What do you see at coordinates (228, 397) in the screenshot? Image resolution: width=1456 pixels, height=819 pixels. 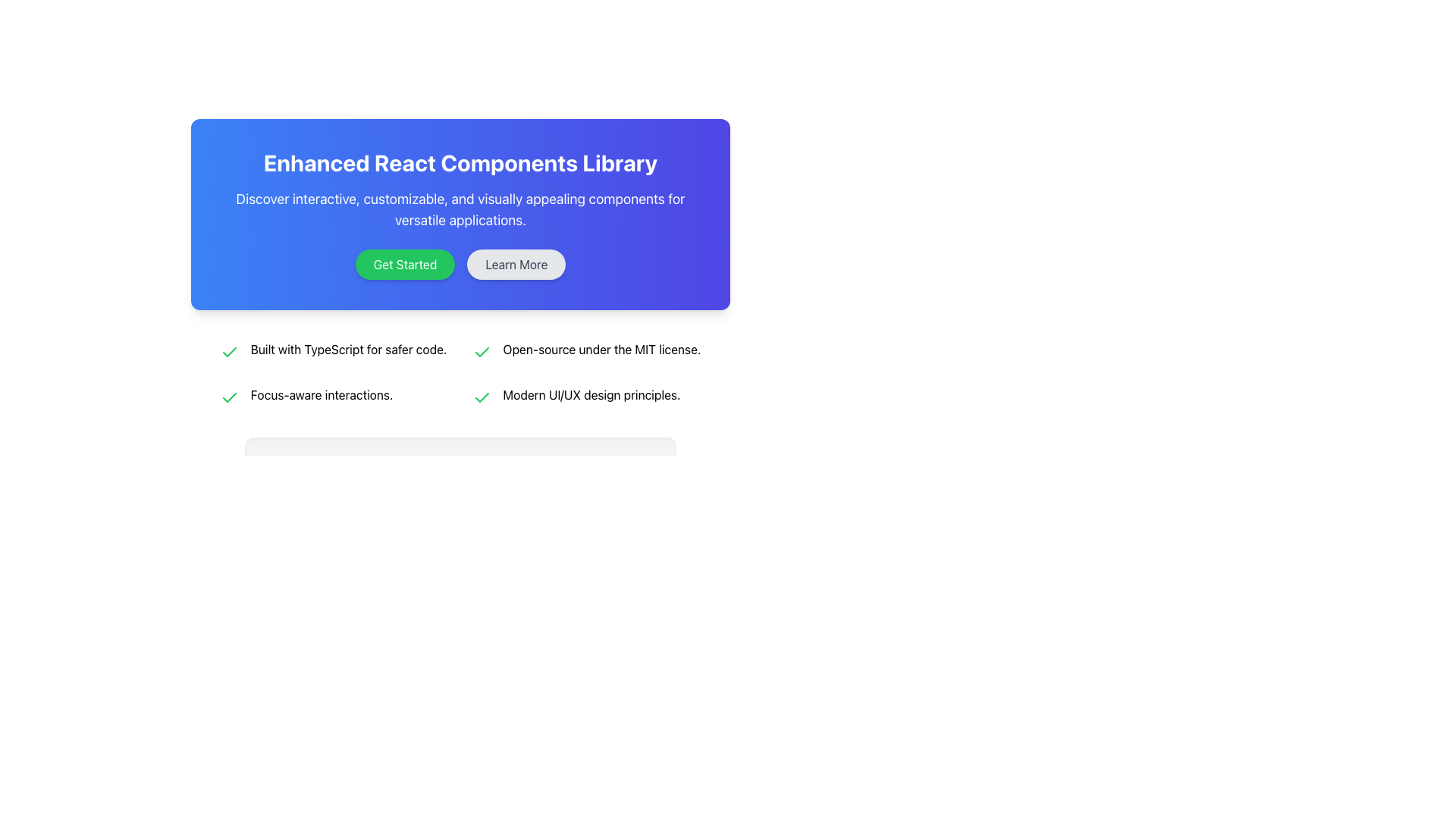 I see `the green checkmark icon located to the left of the text 'Focus-aware interactions' in the grid layout` at bounding box center [228, 397].